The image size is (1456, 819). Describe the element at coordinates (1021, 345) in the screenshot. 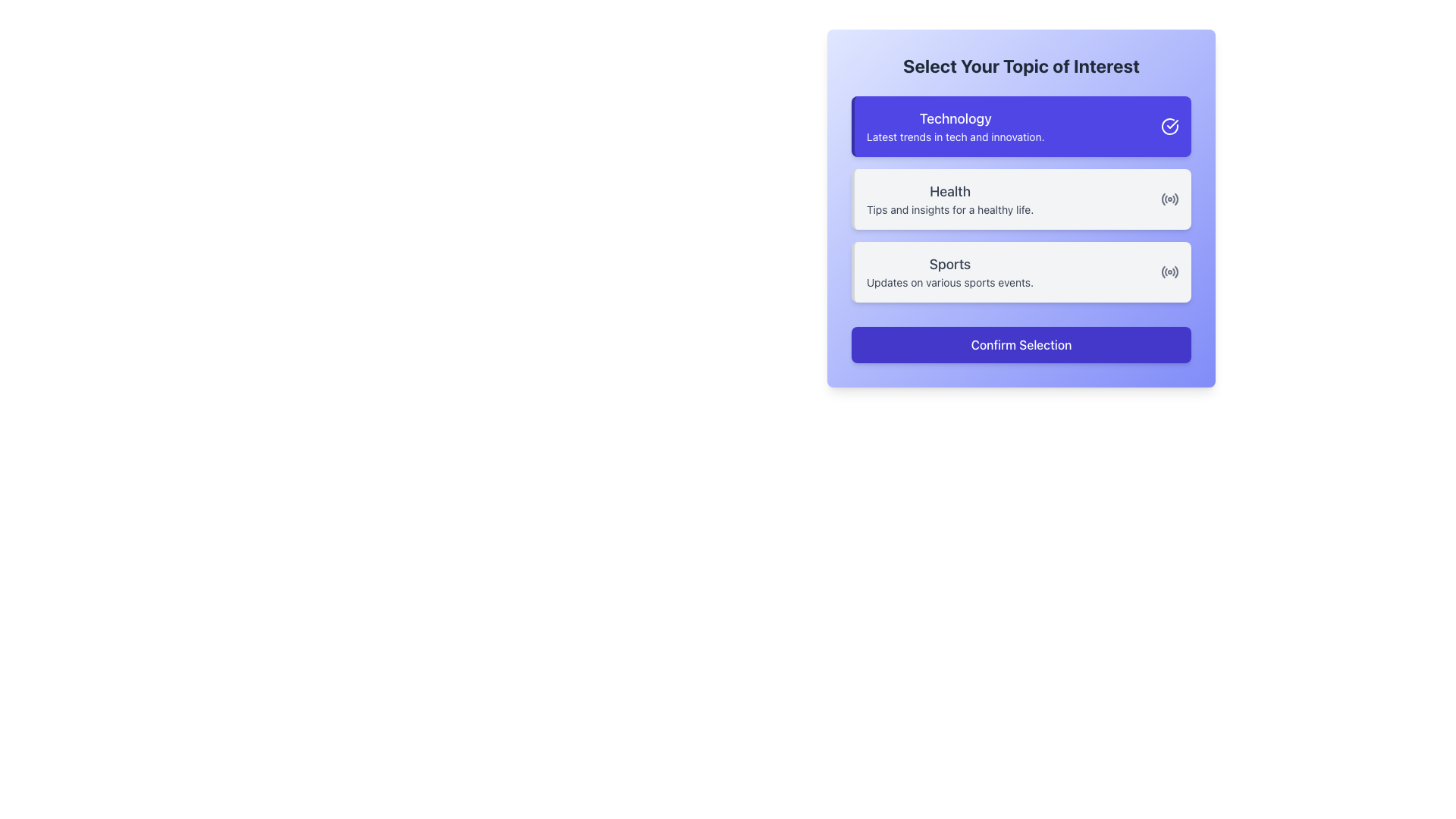

I see `the purple 'Confirm Selection' button located at the bottom of the card to confirm the selection` at that location.